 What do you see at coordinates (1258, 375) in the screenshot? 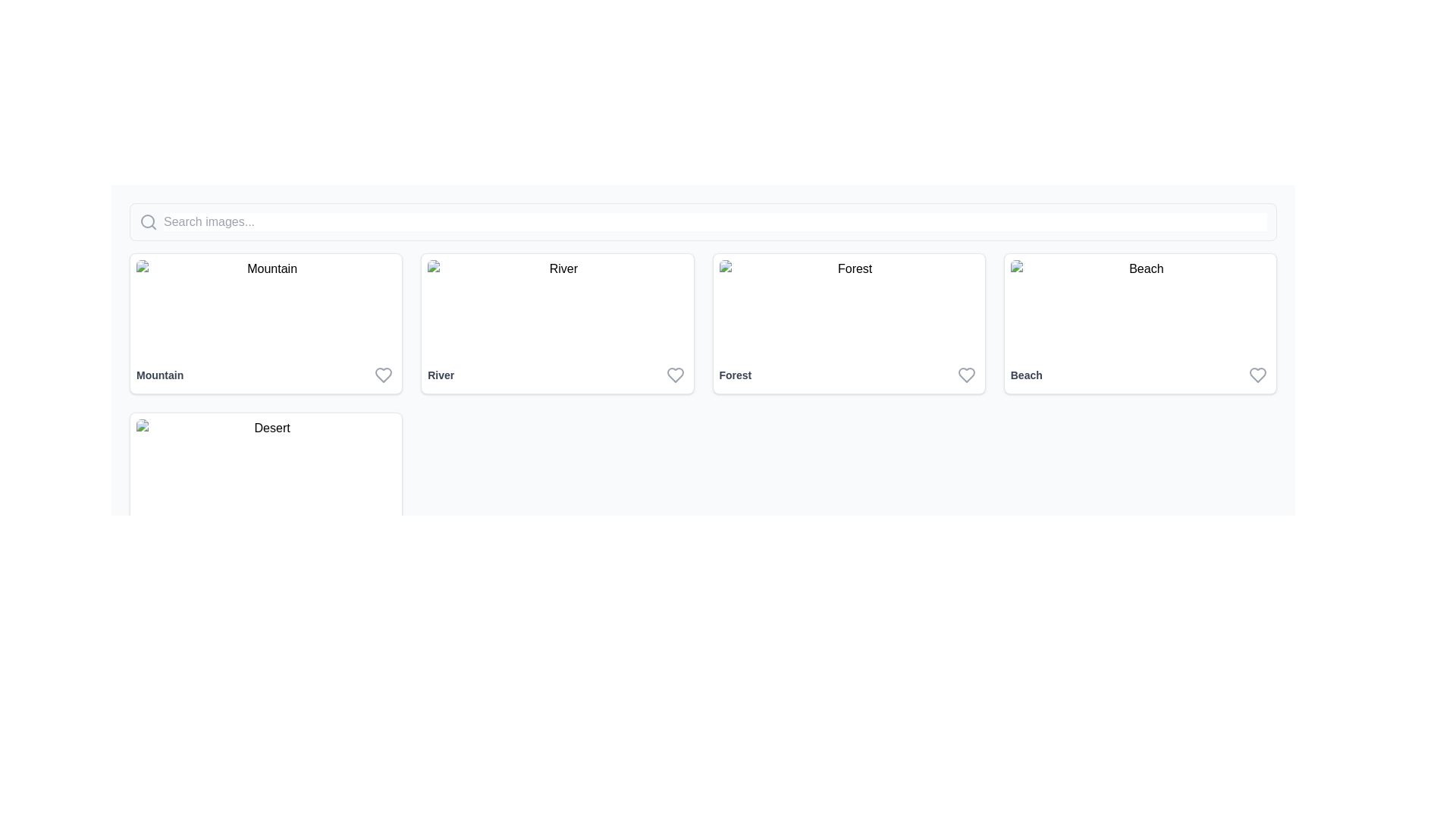
I see `the interactive button located to the far right of the 'Beach' row` at bounding box center [1258, 375].